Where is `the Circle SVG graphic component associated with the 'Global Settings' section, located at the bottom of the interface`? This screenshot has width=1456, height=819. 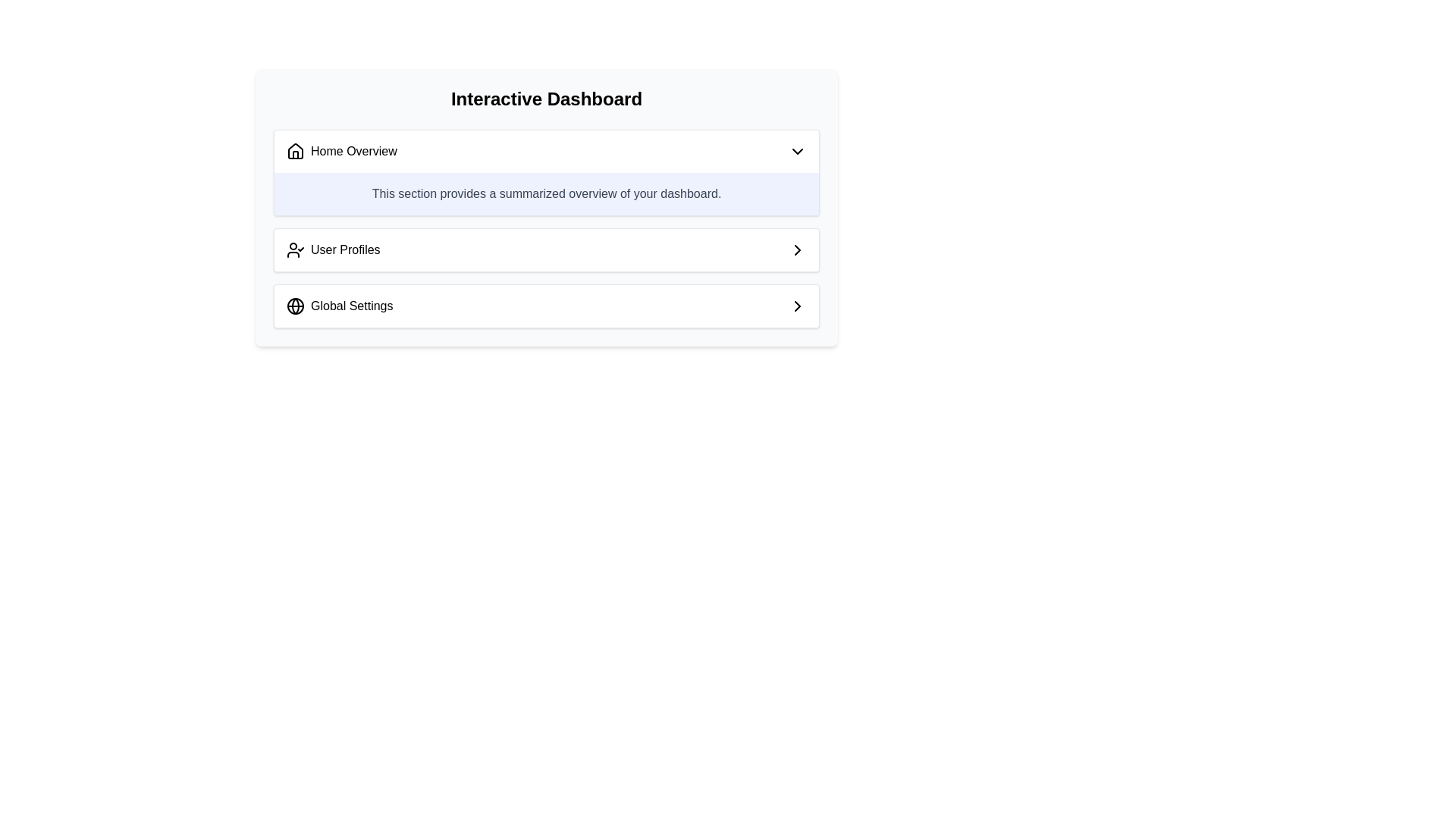
the Circle SVG graphic component associated with the 'Global Settings' section, located at the bottom of the interface is located at coordinates (295, 306).